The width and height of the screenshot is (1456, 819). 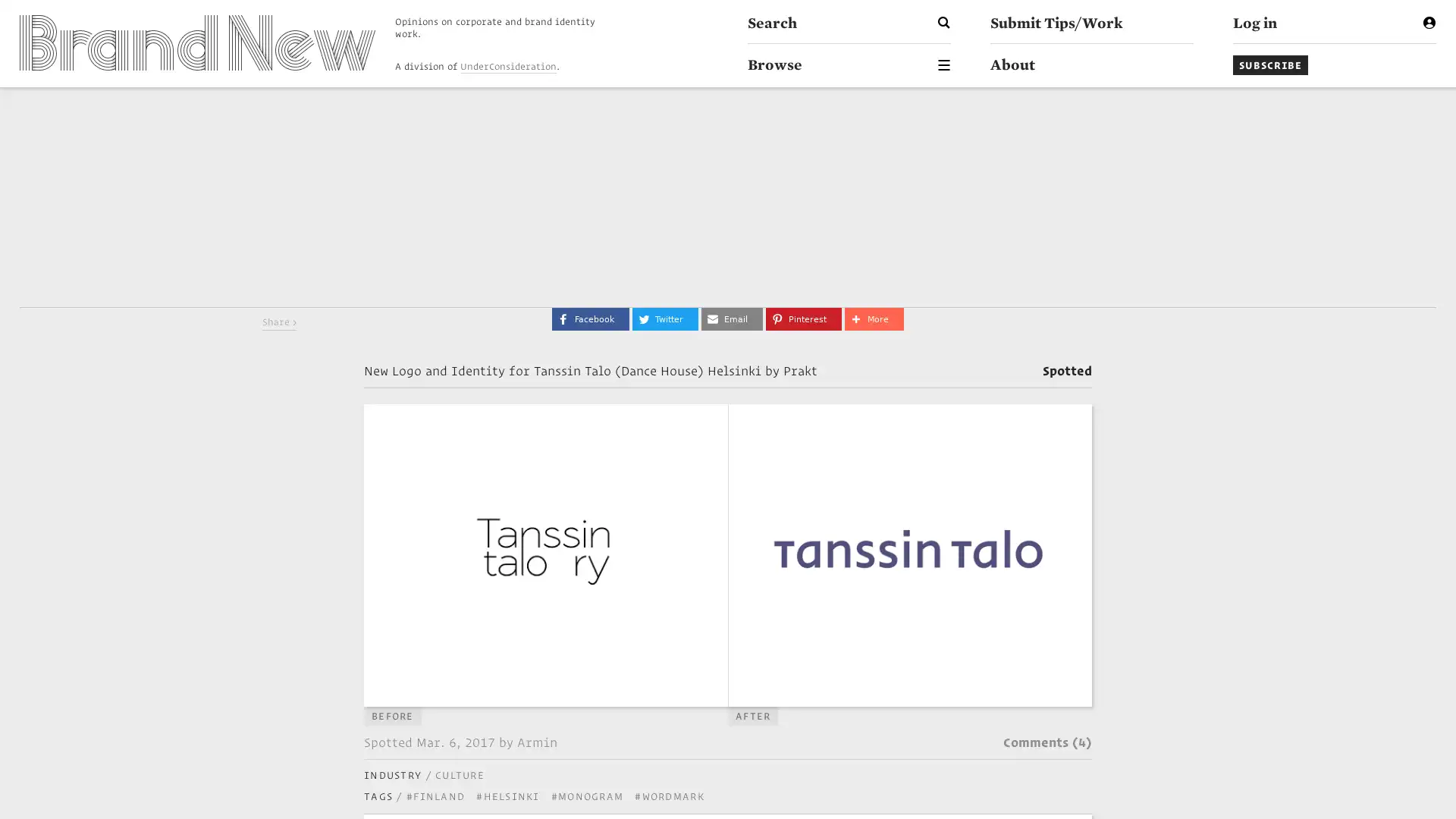 I want to click on Share to Pinterest Pinterest, so click(x=803, y=318).